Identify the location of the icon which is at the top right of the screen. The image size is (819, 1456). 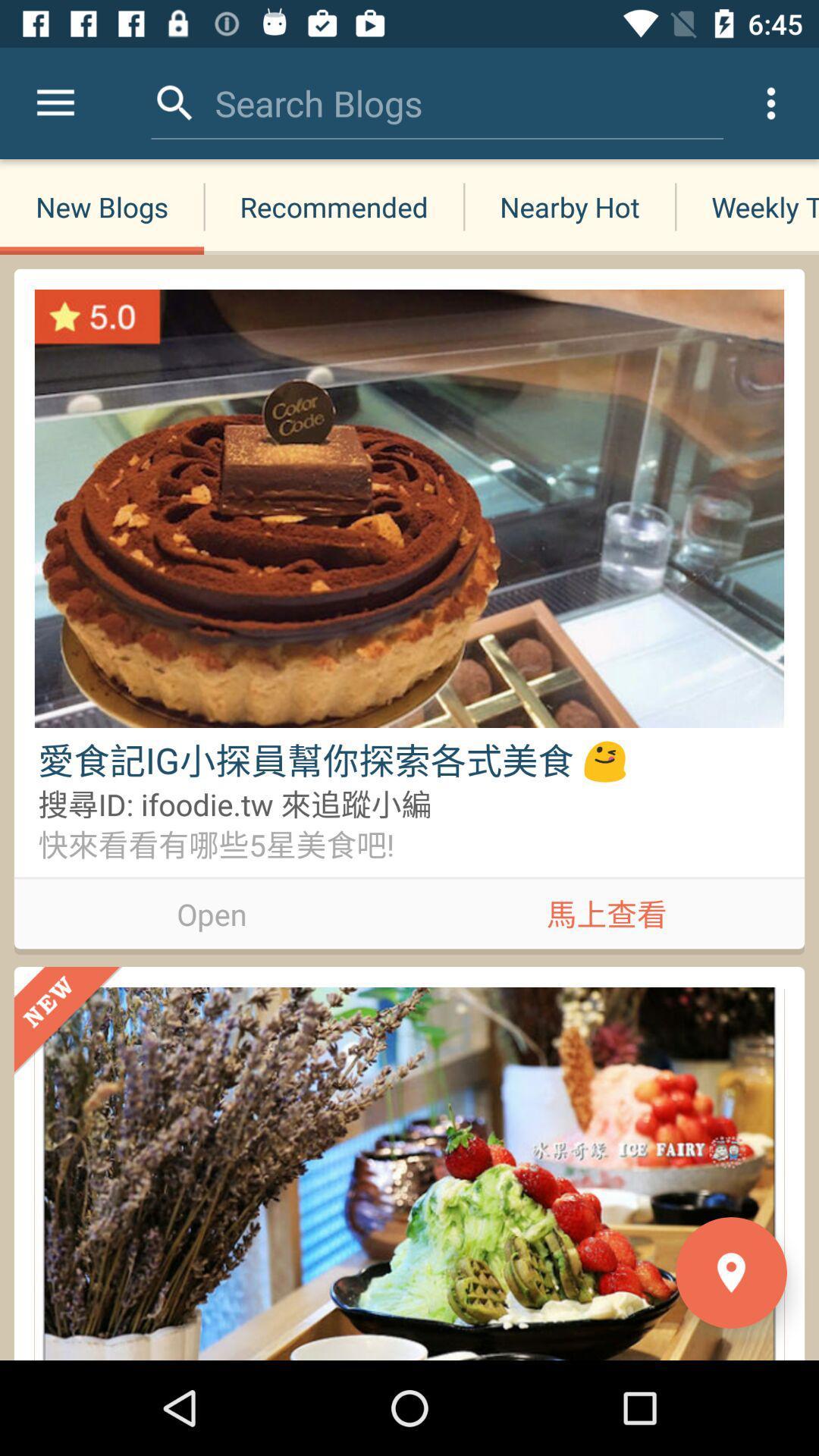
(771, 103).